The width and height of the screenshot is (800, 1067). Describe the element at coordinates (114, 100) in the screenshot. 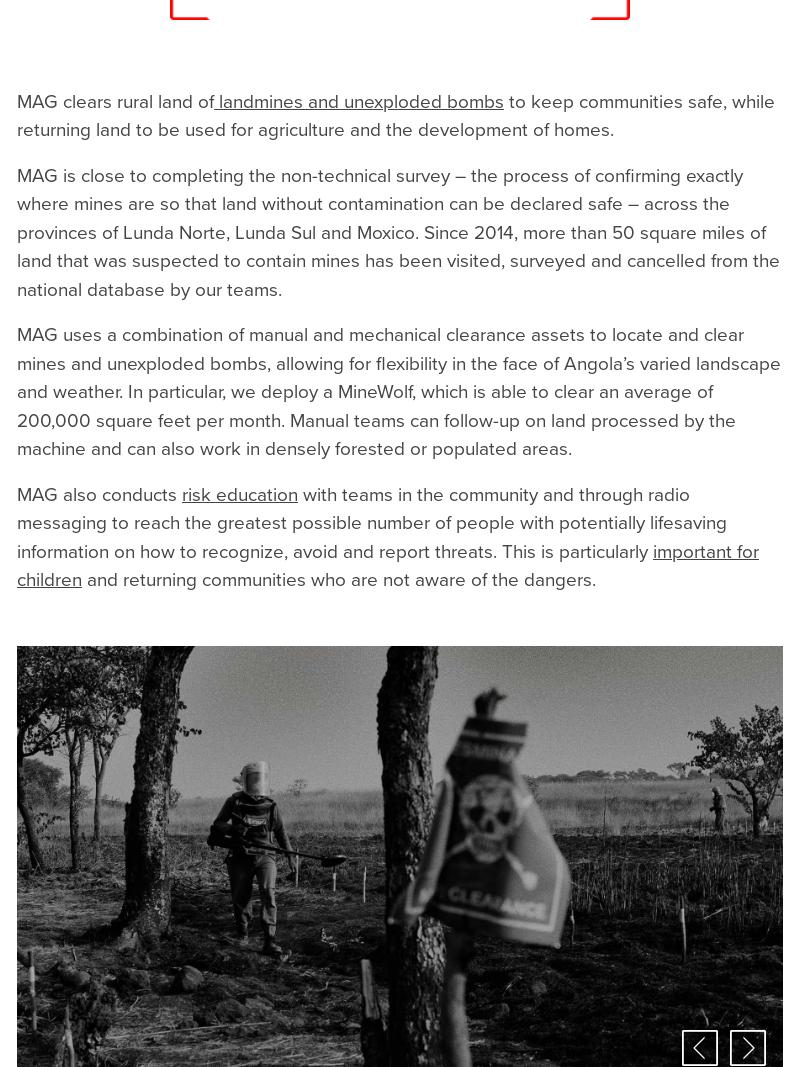

I see `'MAG clears rural land of'` at that location.